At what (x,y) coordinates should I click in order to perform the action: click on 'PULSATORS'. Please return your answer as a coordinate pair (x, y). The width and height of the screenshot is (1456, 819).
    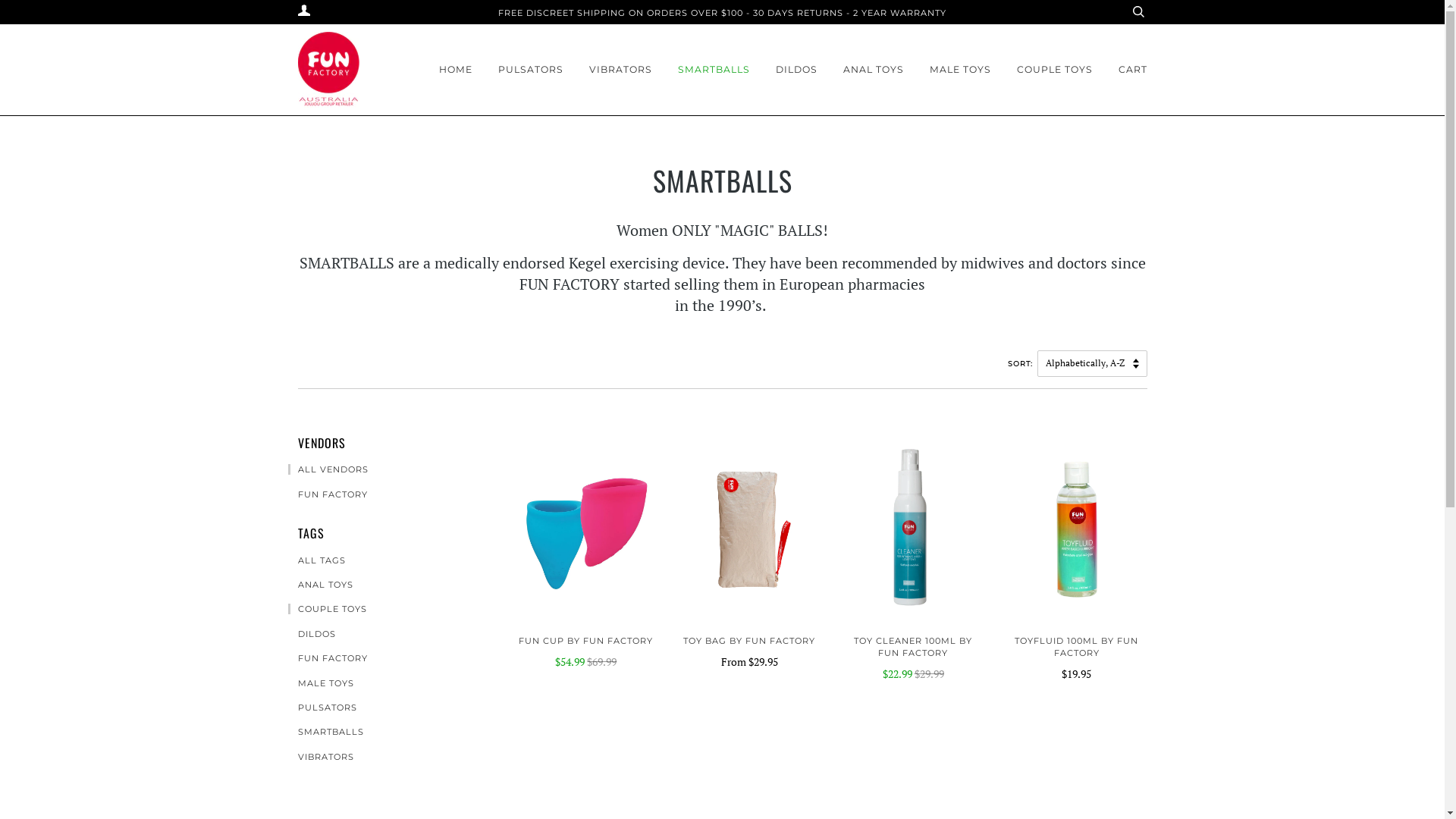
    Looking at the image, I should click on (530, 70).